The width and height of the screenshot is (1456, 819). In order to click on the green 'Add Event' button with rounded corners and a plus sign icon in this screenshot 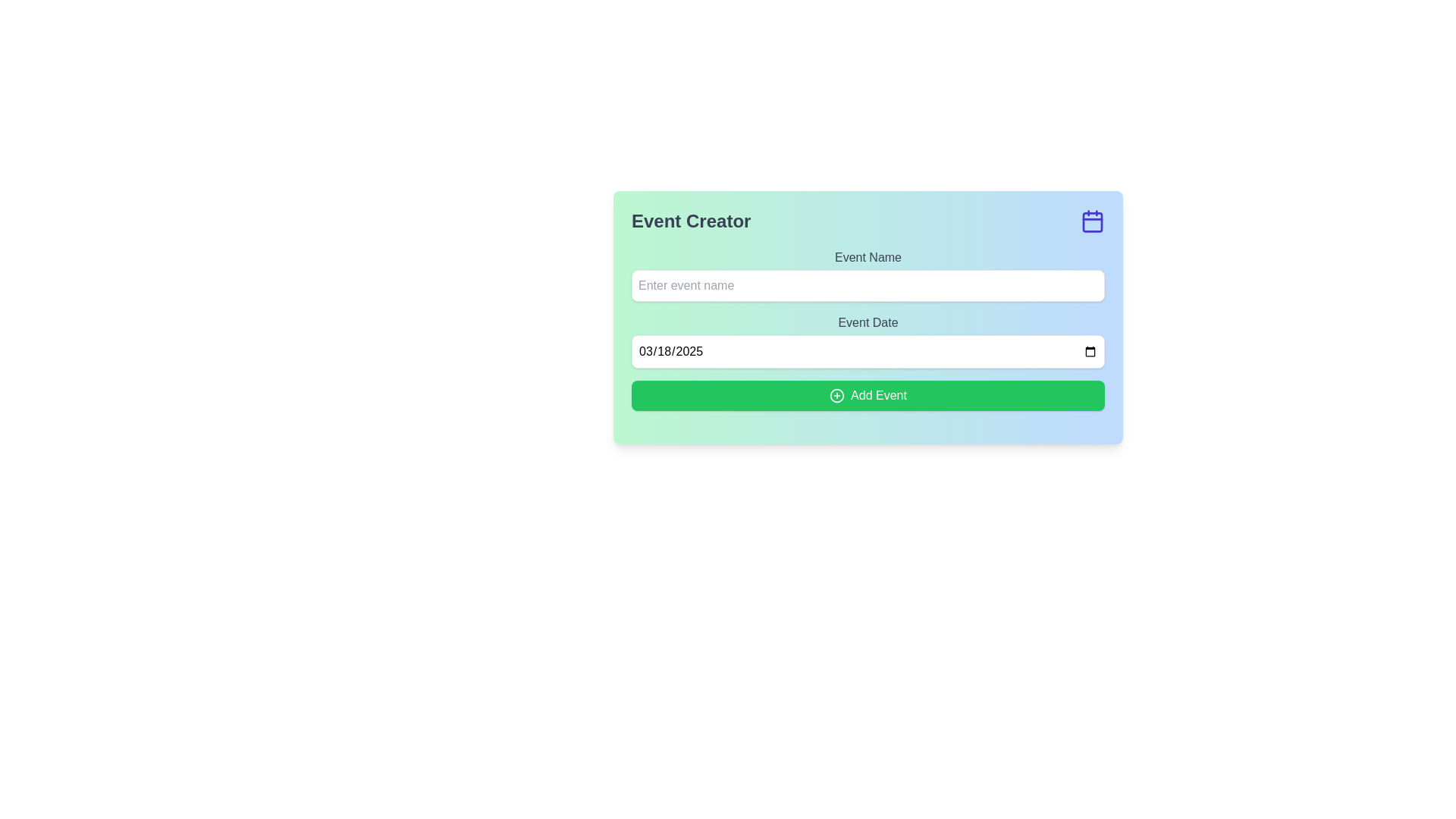, I will do `click(868, 394)`.